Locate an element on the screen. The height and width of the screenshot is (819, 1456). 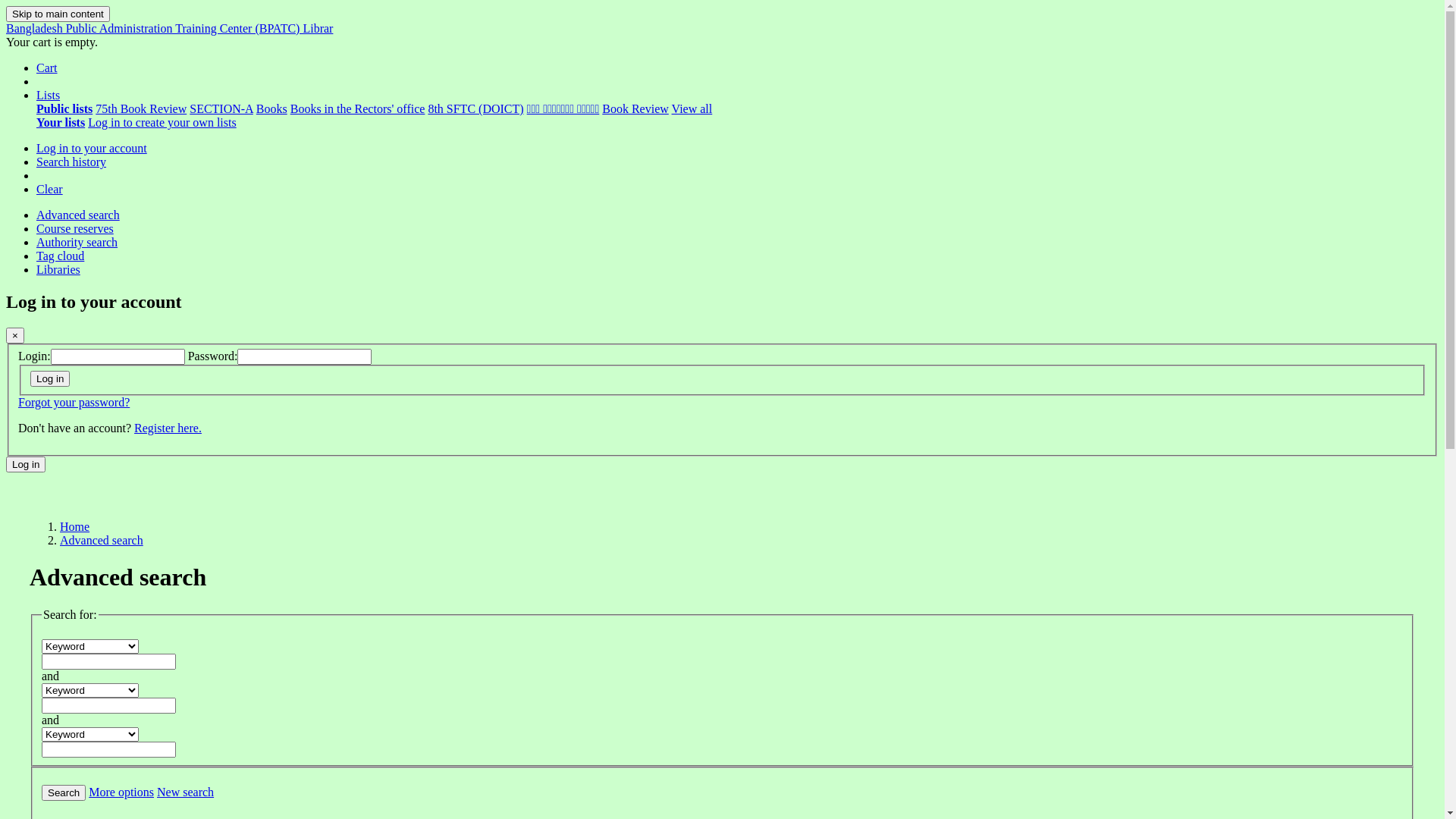
'Authority search' is located at coordinates (76, 241).